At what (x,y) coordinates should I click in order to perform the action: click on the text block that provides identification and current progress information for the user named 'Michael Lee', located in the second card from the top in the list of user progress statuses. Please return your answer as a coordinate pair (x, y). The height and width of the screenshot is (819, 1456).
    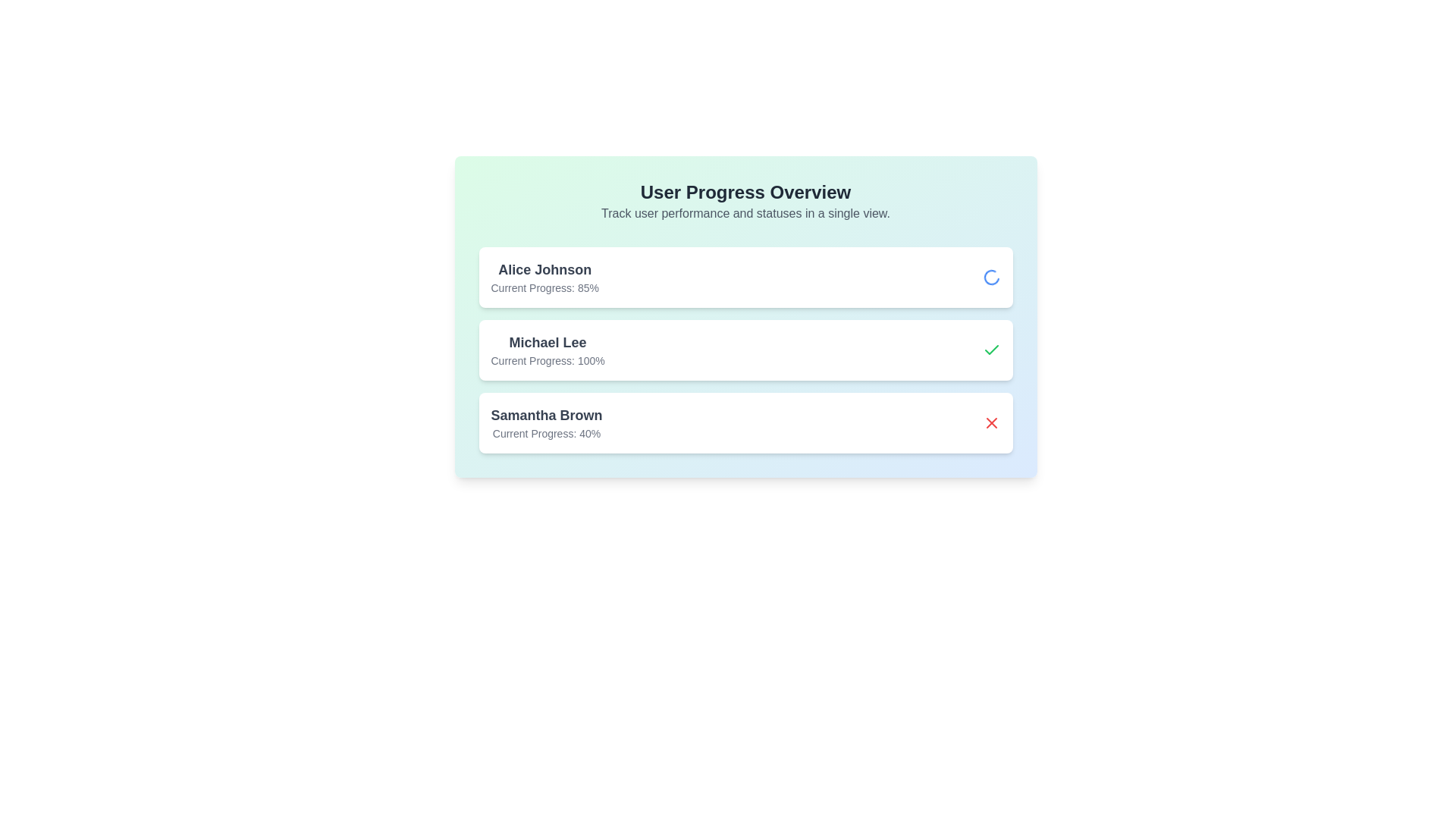
    Looking at the image, I should click on (547, 350).